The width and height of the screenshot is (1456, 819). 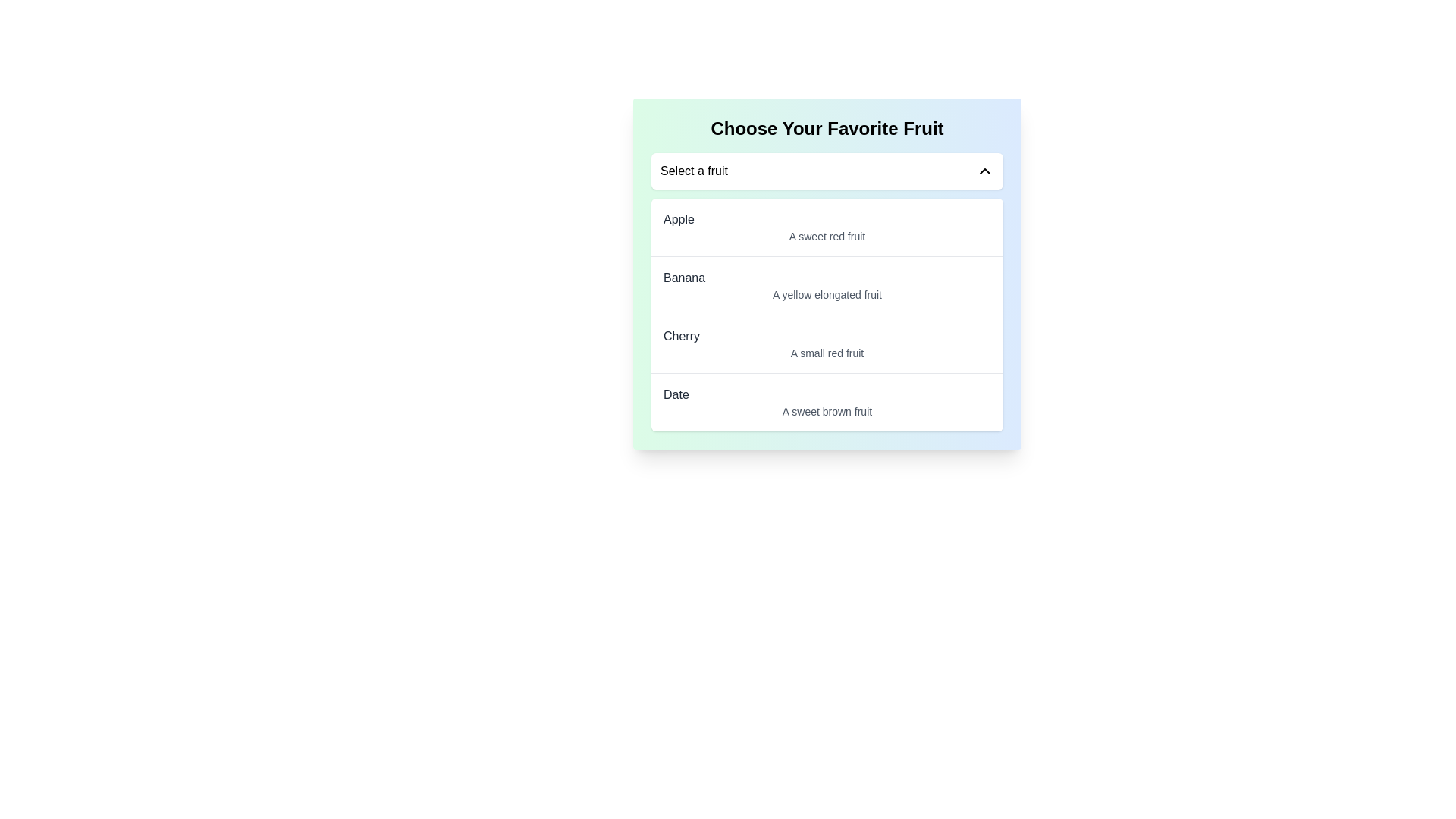 I want to click on the chevron icon on the right side of the 'Select a fruit' dropdown menu, so click(x=985, y=171).